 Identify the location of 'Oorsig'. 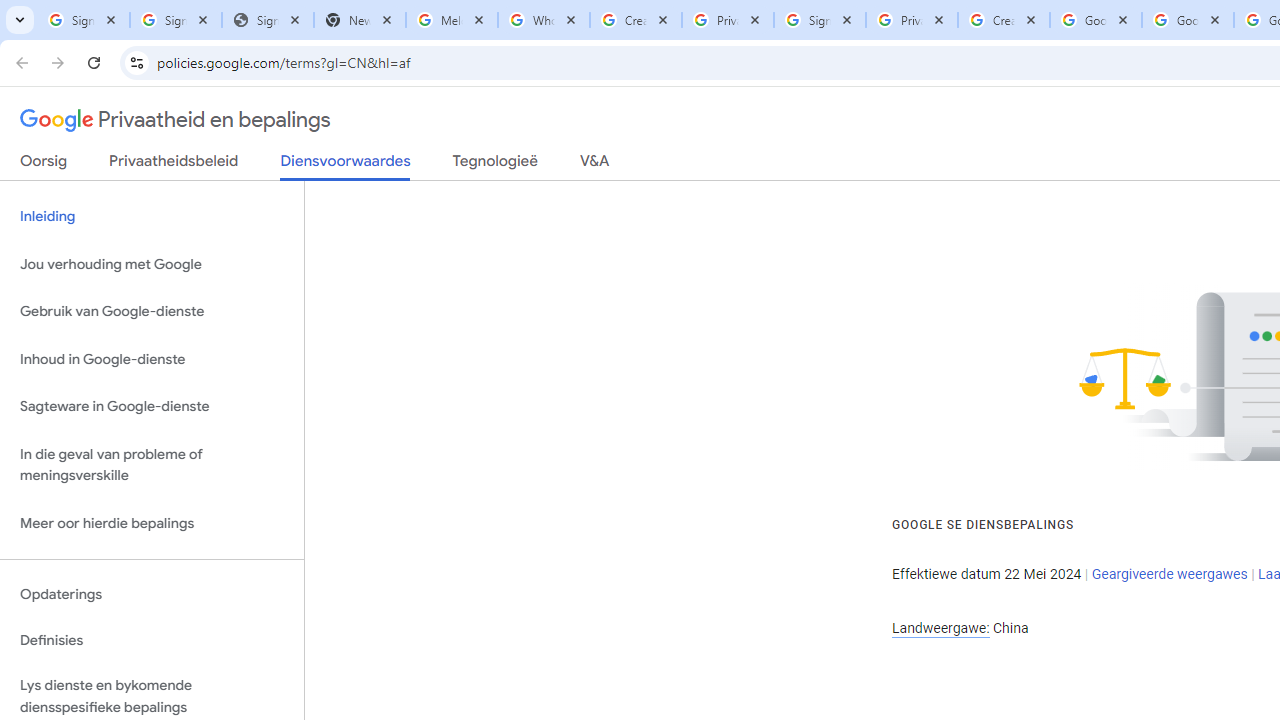
(44, 164).